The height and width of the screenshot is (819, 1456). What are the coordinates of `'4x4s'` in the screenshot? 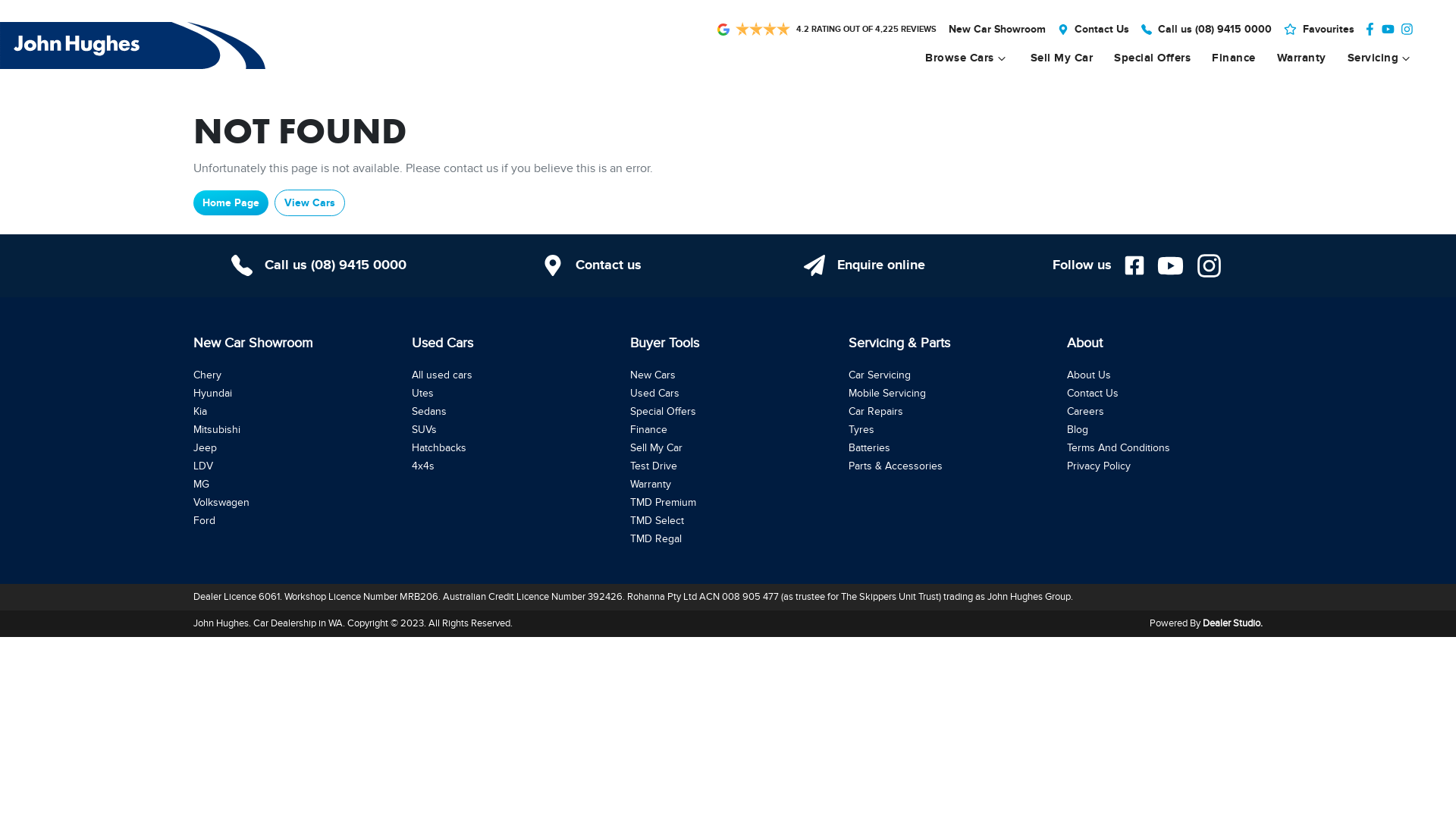 It's located at (422, 465).